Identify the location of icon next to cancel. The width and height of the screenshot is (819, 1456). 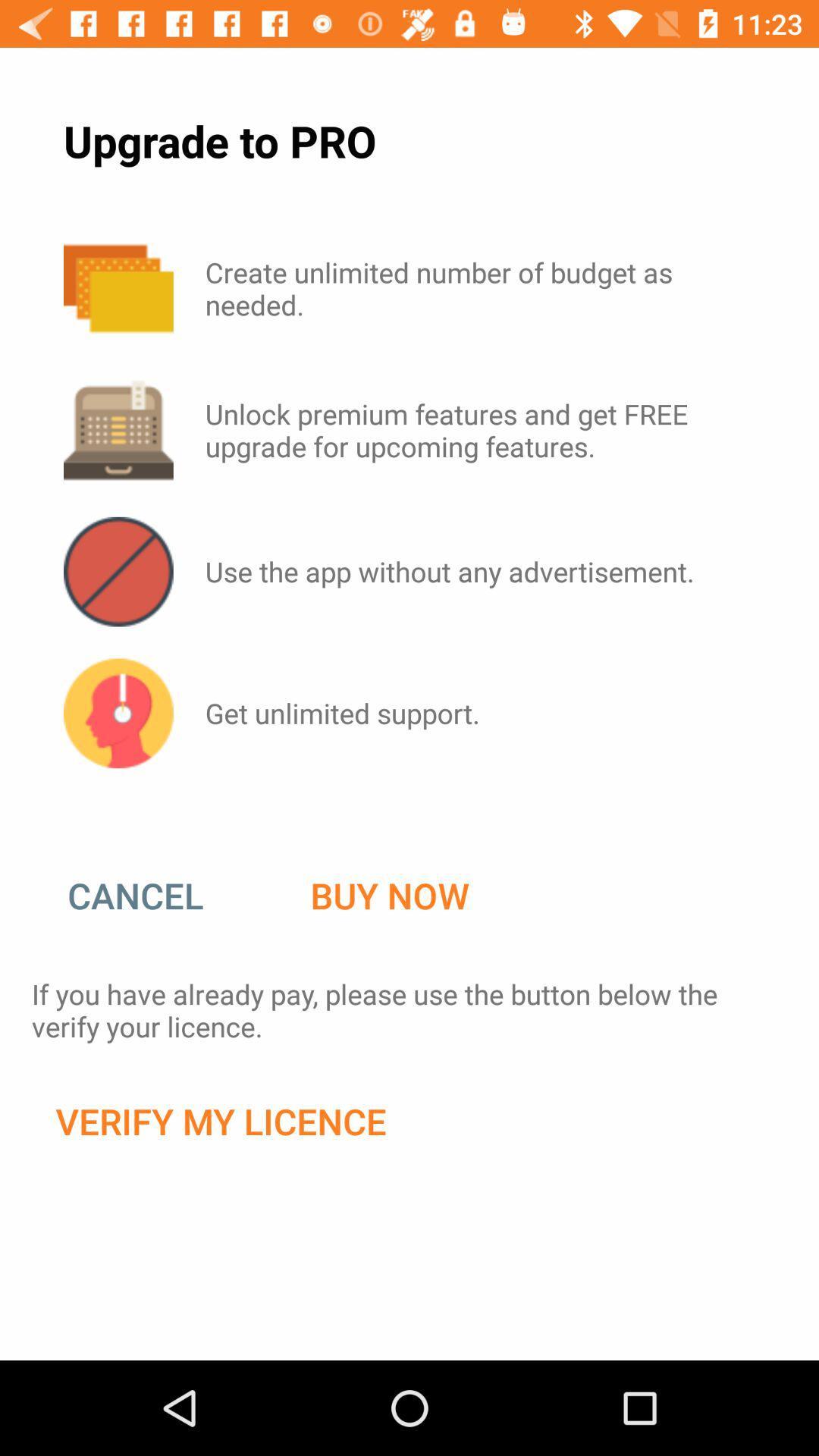
(389, 896).